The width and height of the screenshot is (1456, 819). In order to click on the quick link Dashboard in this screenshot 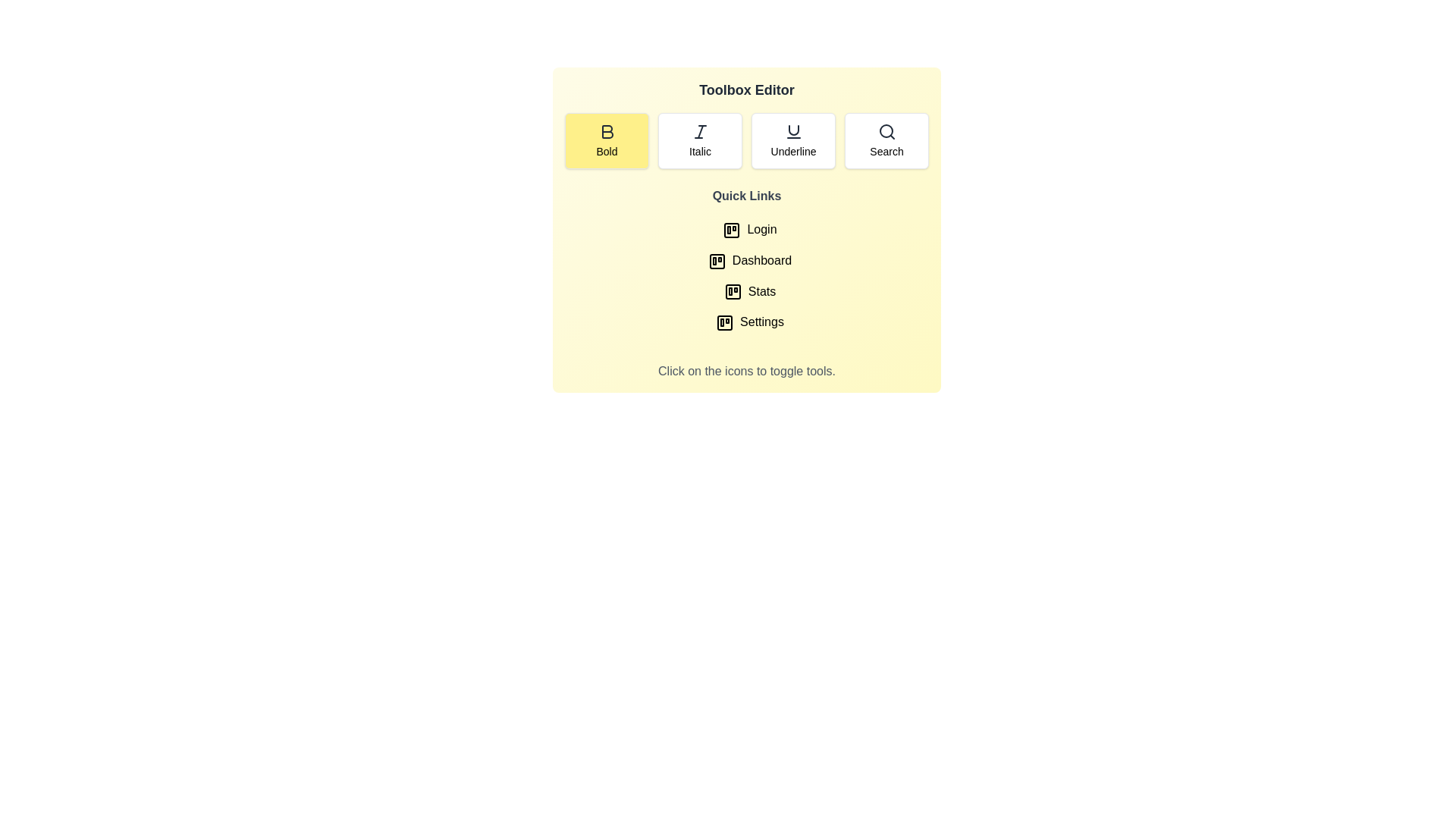, I will do `click(746, 259)`.